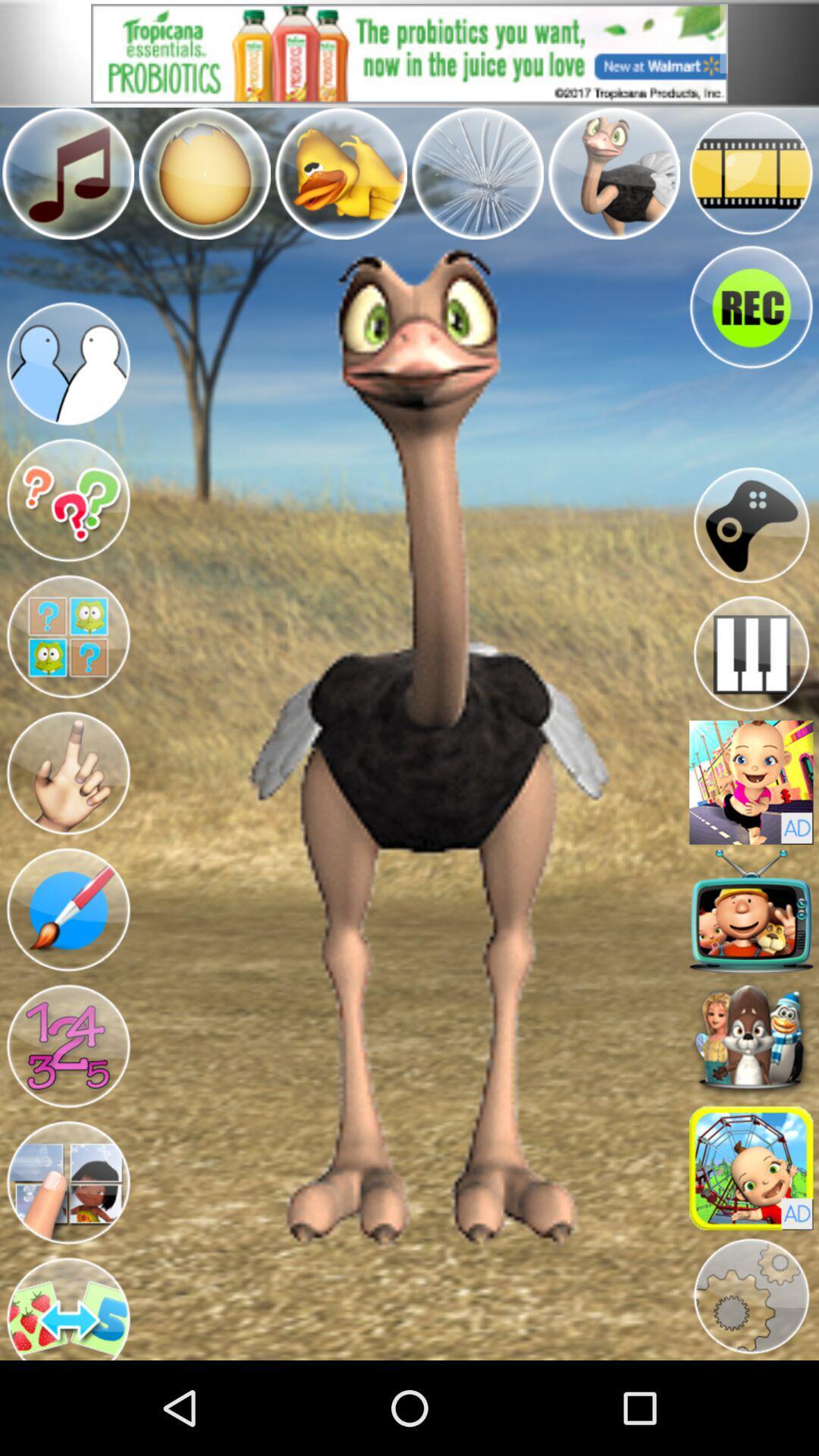 The image size is (819, 1456). What do you see at coordinates (751, 1387) in the screenshot?
I see `the settings icon` at bounding box center [751, 1387].